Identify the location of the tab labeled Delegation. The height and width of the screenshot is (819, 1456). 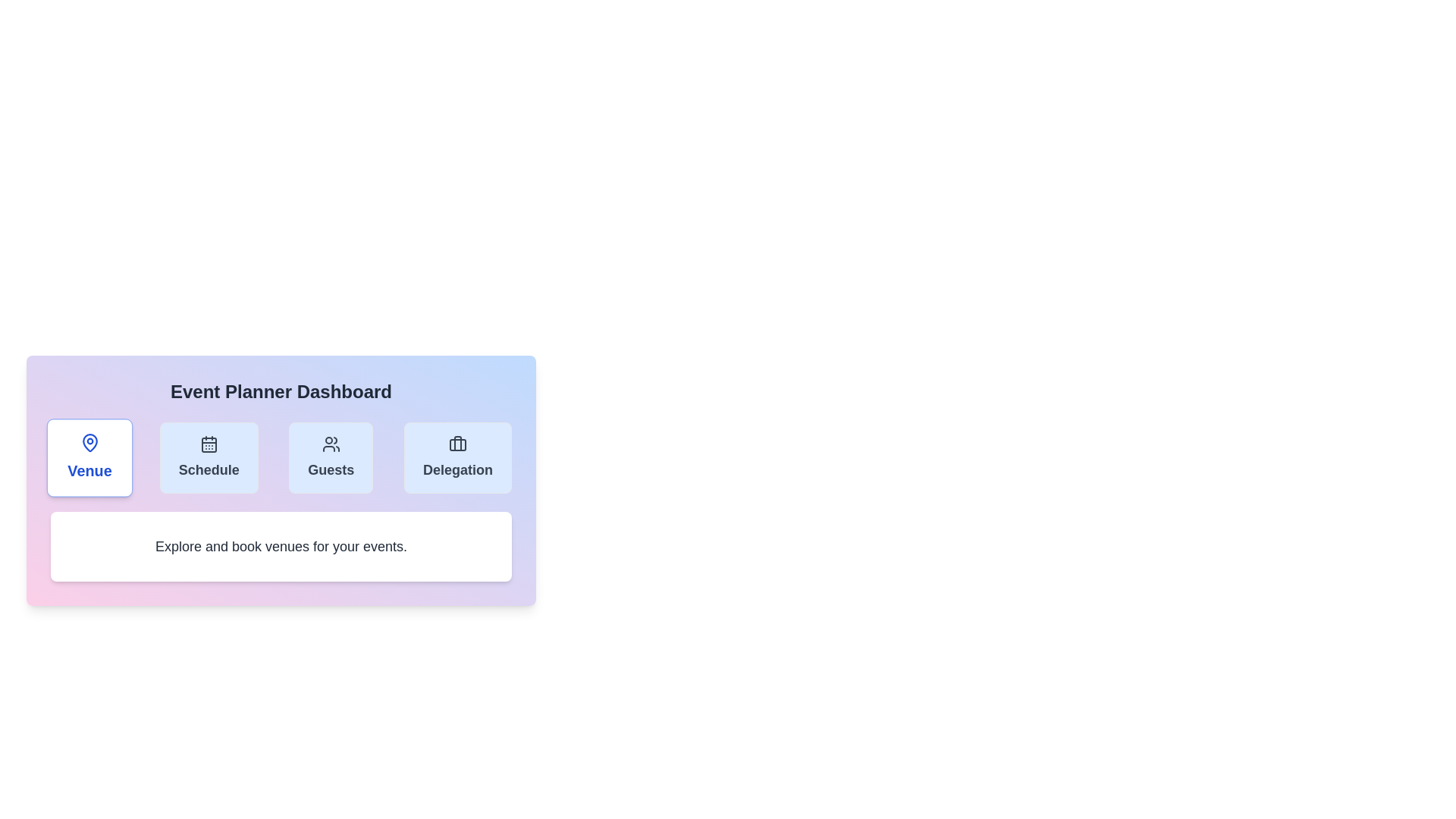
(457, 457).